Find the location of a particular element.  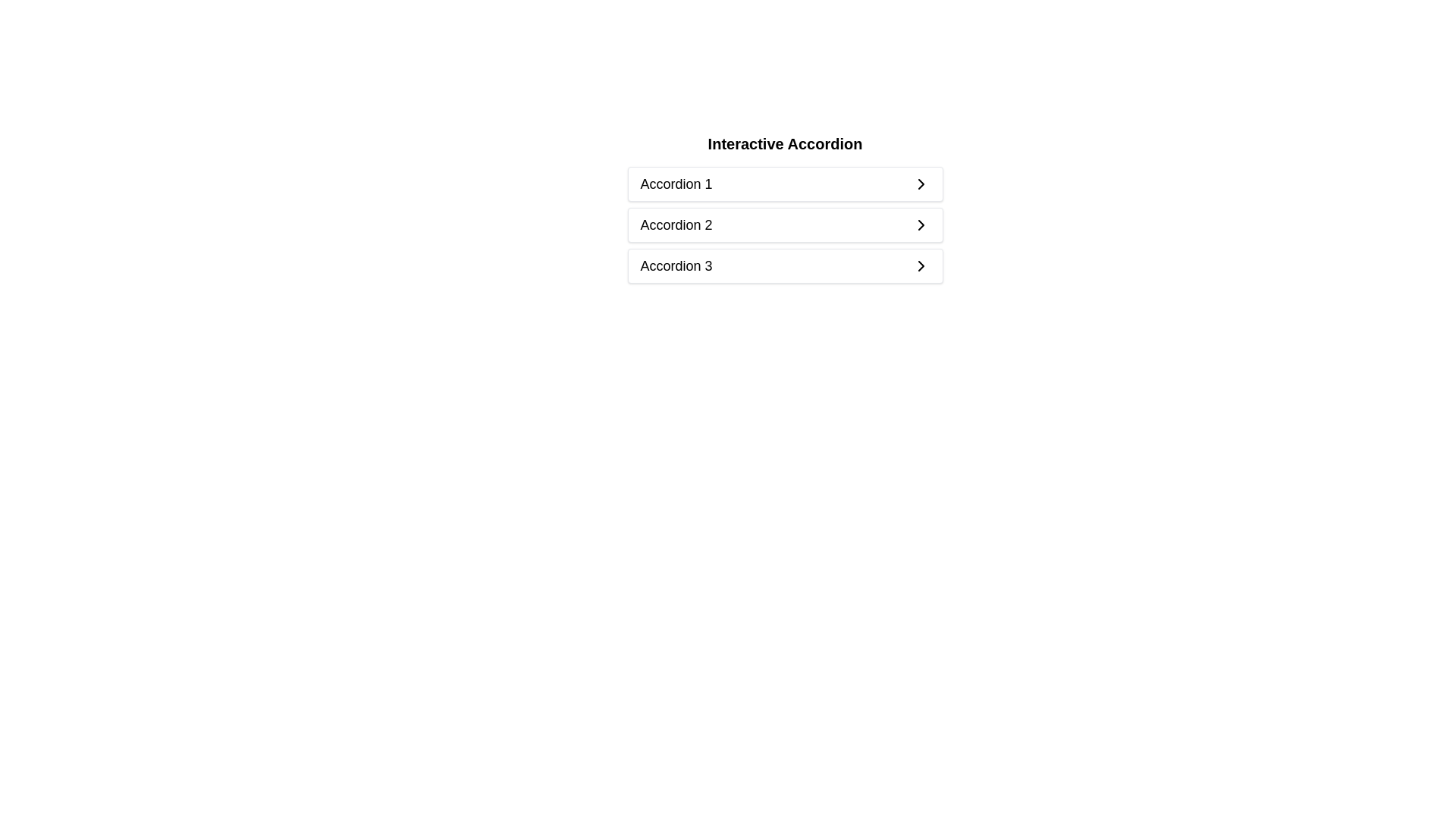

the 'Accordion 2' tab is located at coordinates (785, 211).